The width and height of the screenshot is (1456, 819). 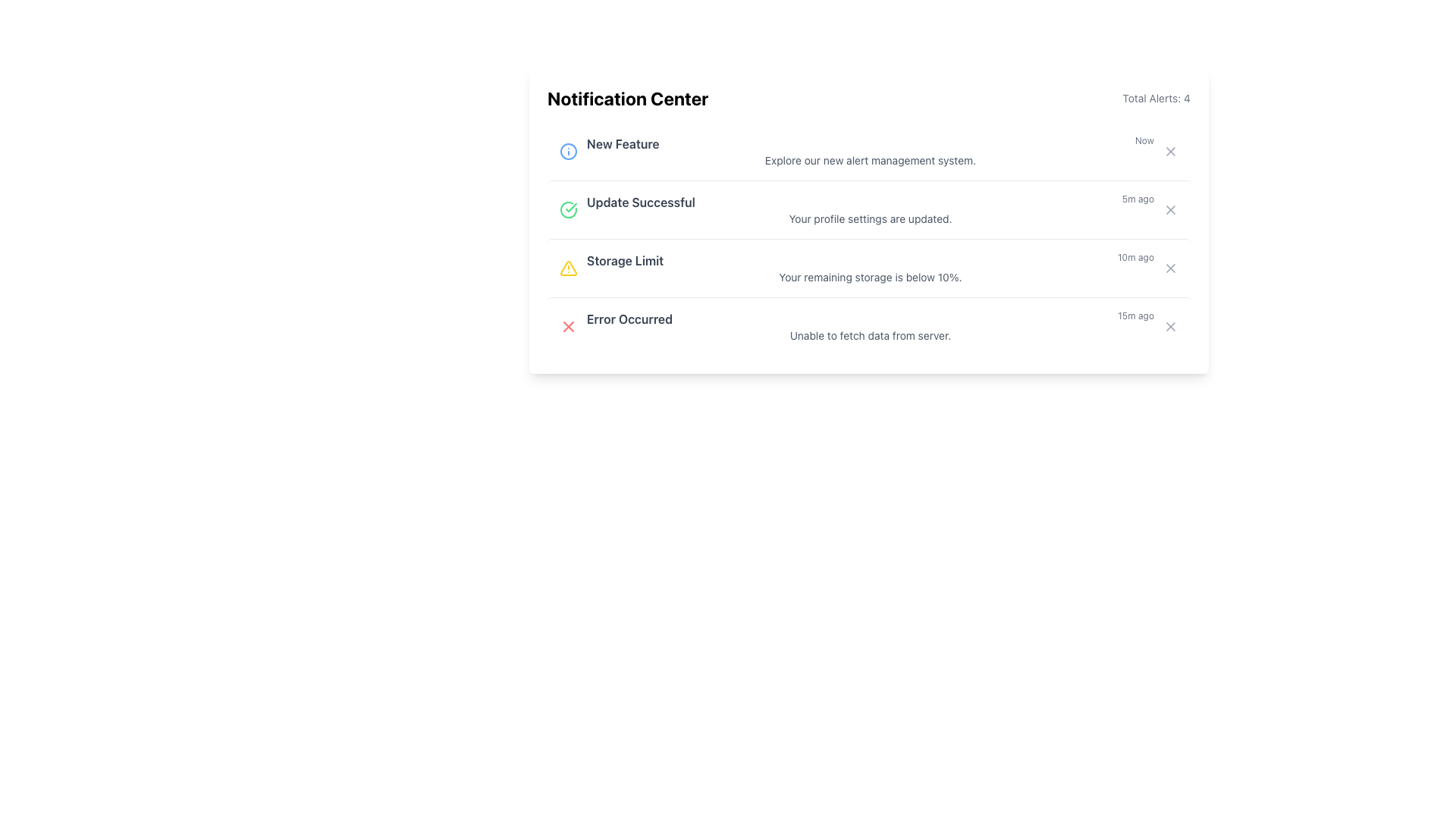 I want to click on the blue circular outline representing the information status, located to the left of the 'New Feature' notification title, so click(x=567, y=152).